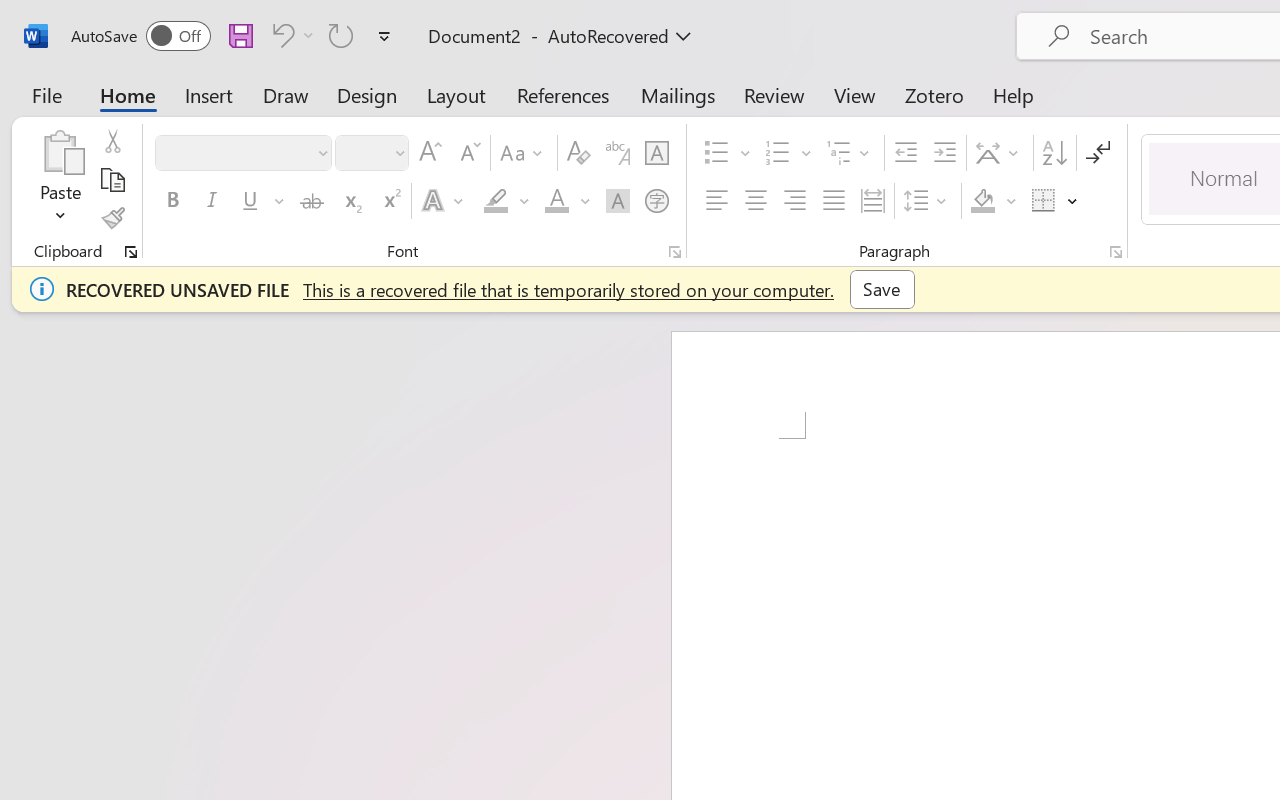 This screenshot has width=1280, height=800. What do you see at coordinates (872, 201) in the screenshot?
I see `'Distributed'` at bounding box center [872, 201].